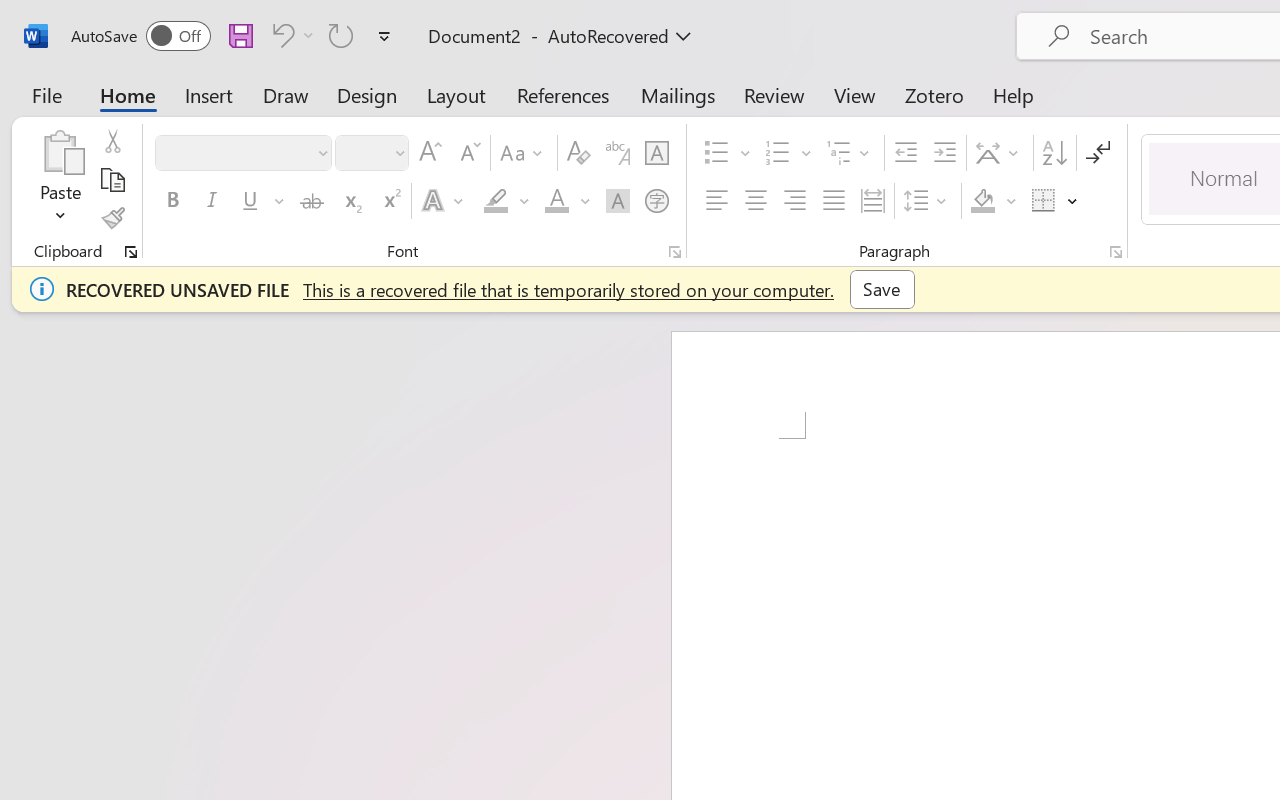 This screenshot has width=1280, height=800. What do you see at coordinates (872, 201) in the screenshot?
I see `'Distributed'` at bounding box center [872, 201].